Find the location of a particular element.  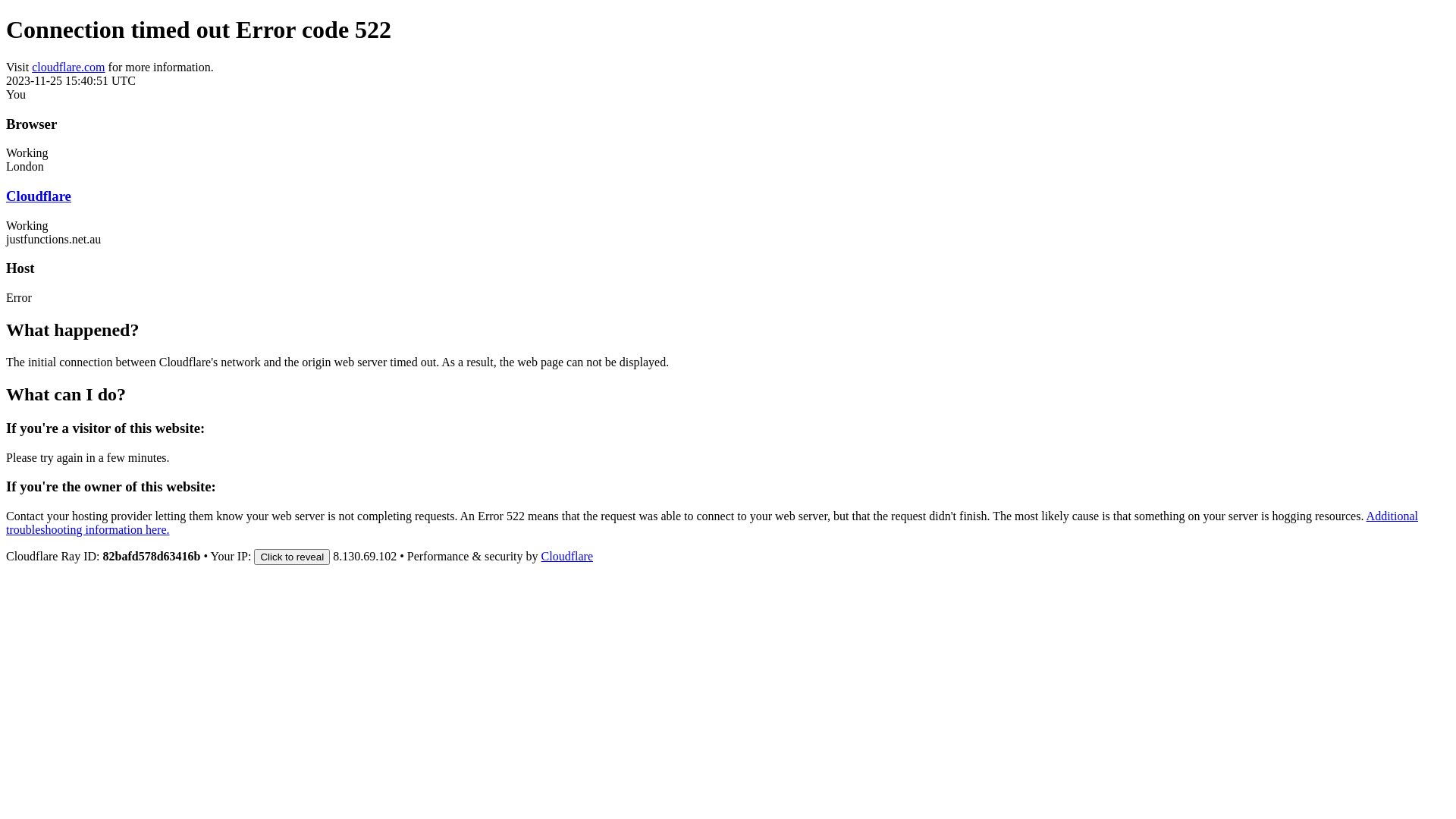

'Click to reveal' is located at coordinates (291, 557).